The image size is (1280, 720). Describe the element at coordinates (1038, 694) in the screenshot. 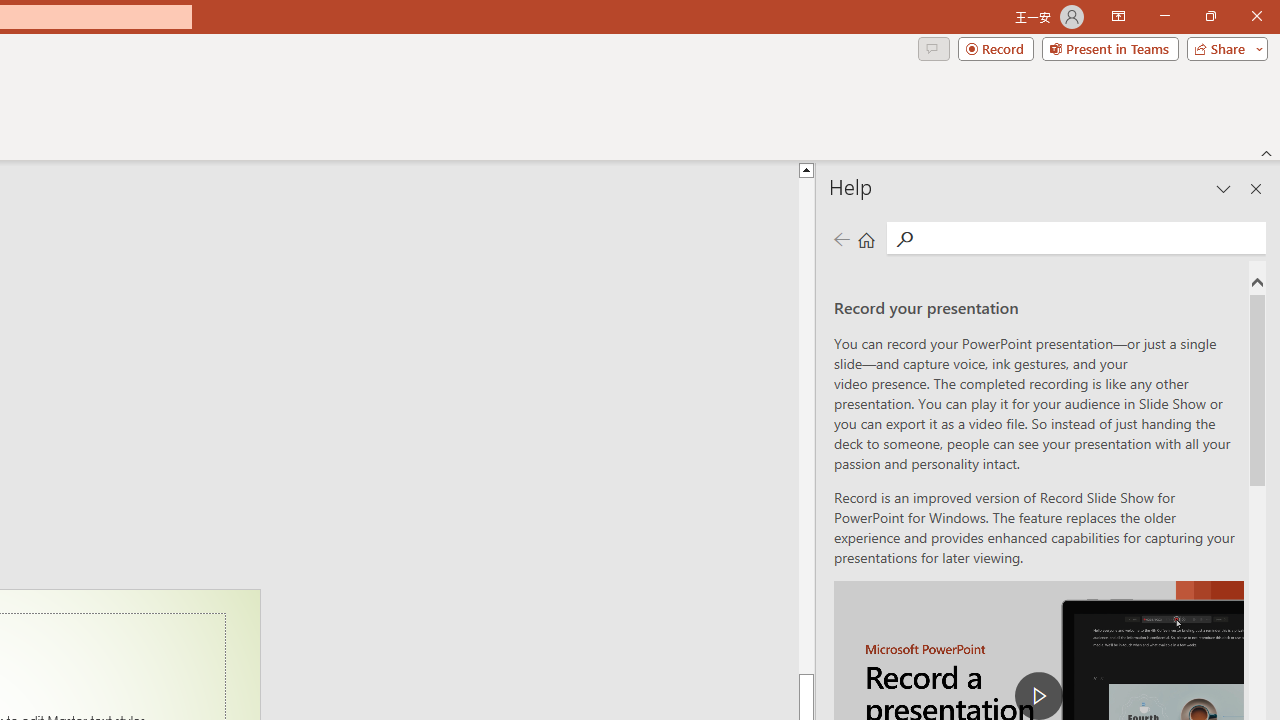

I see `'play Record a Presentation'` at that location.